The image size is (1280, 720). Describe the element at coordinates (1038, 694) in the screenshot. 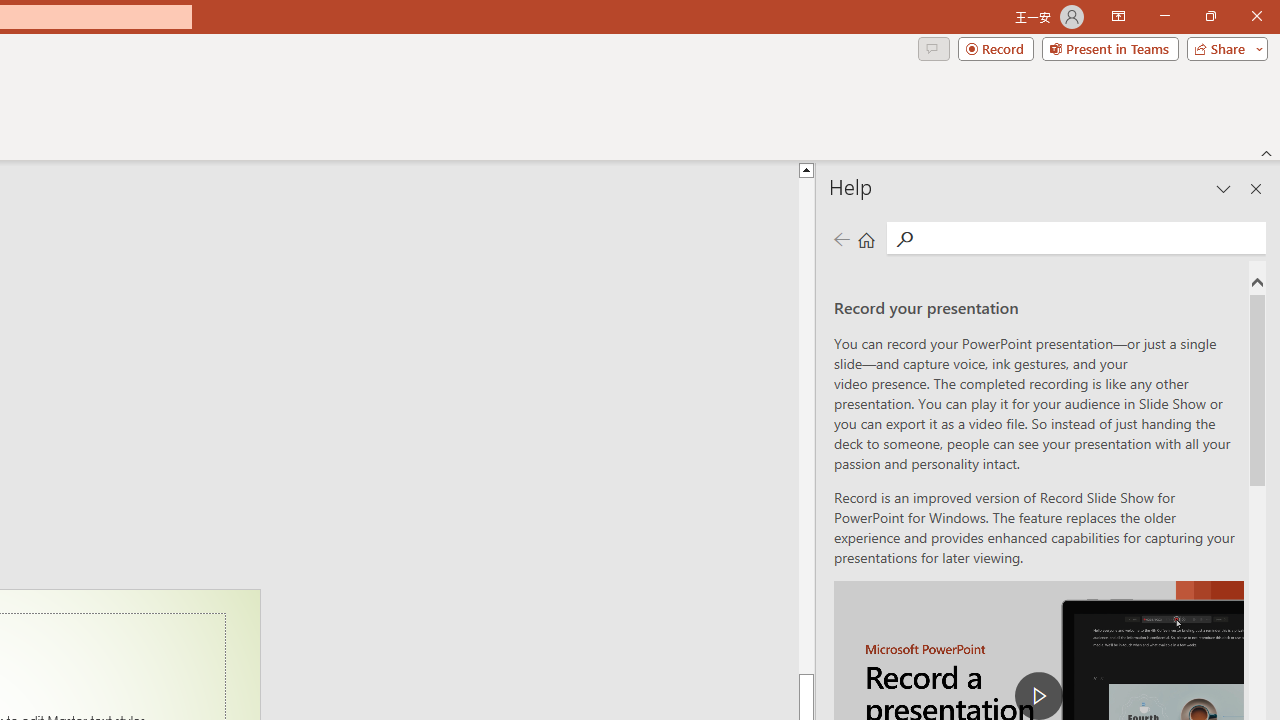

I see `'play Record a Presentation'` at that location.